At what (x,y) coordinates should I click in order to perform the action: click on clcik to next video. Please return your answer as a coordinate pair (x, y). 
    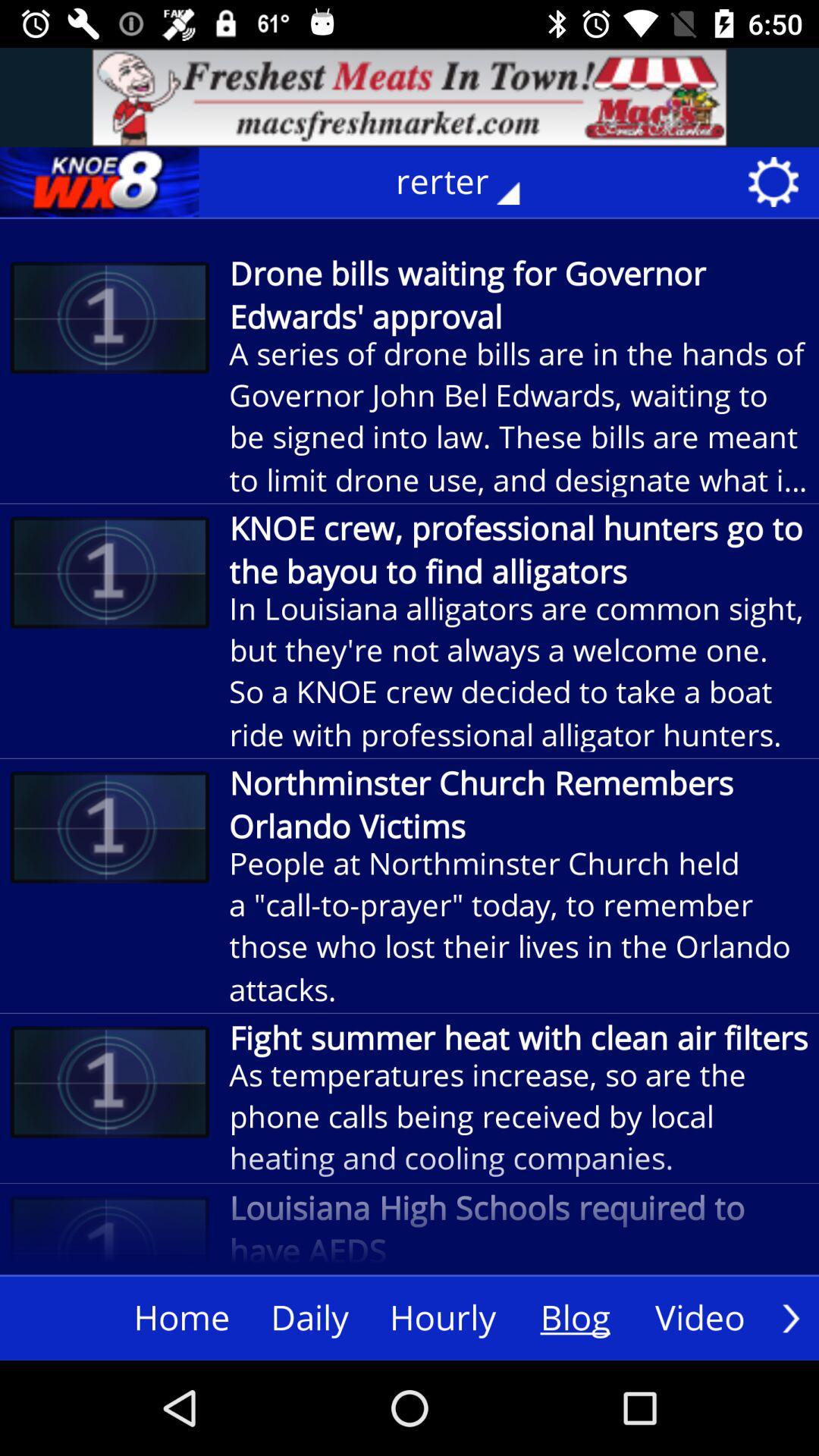
    Looking at the image, I should click on (790, 1317).